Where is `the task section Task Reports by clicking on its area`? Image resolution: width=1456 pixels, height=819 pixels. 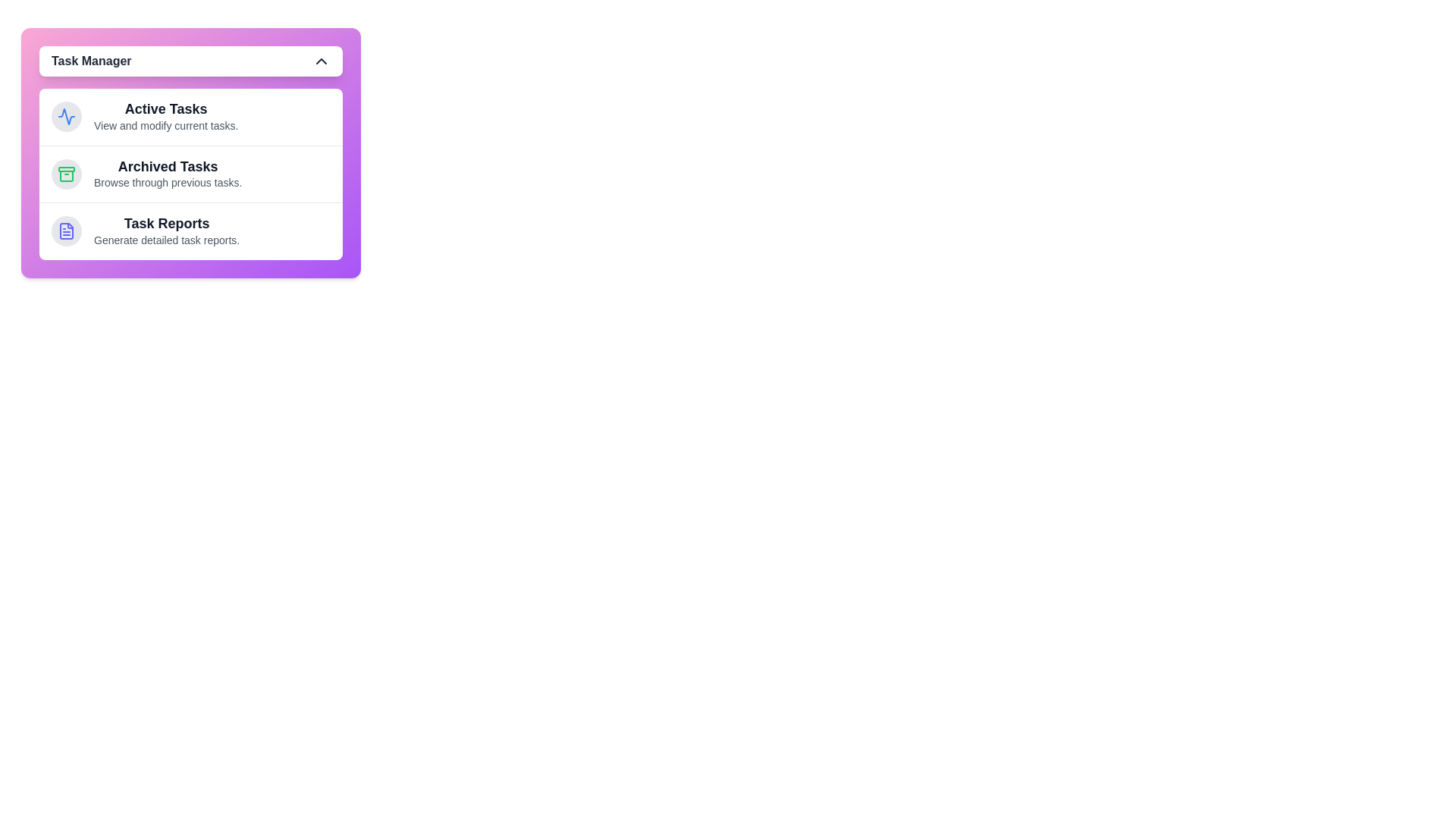
the task section Task Reports by clicking on its area is located at coordinates (190, 231).